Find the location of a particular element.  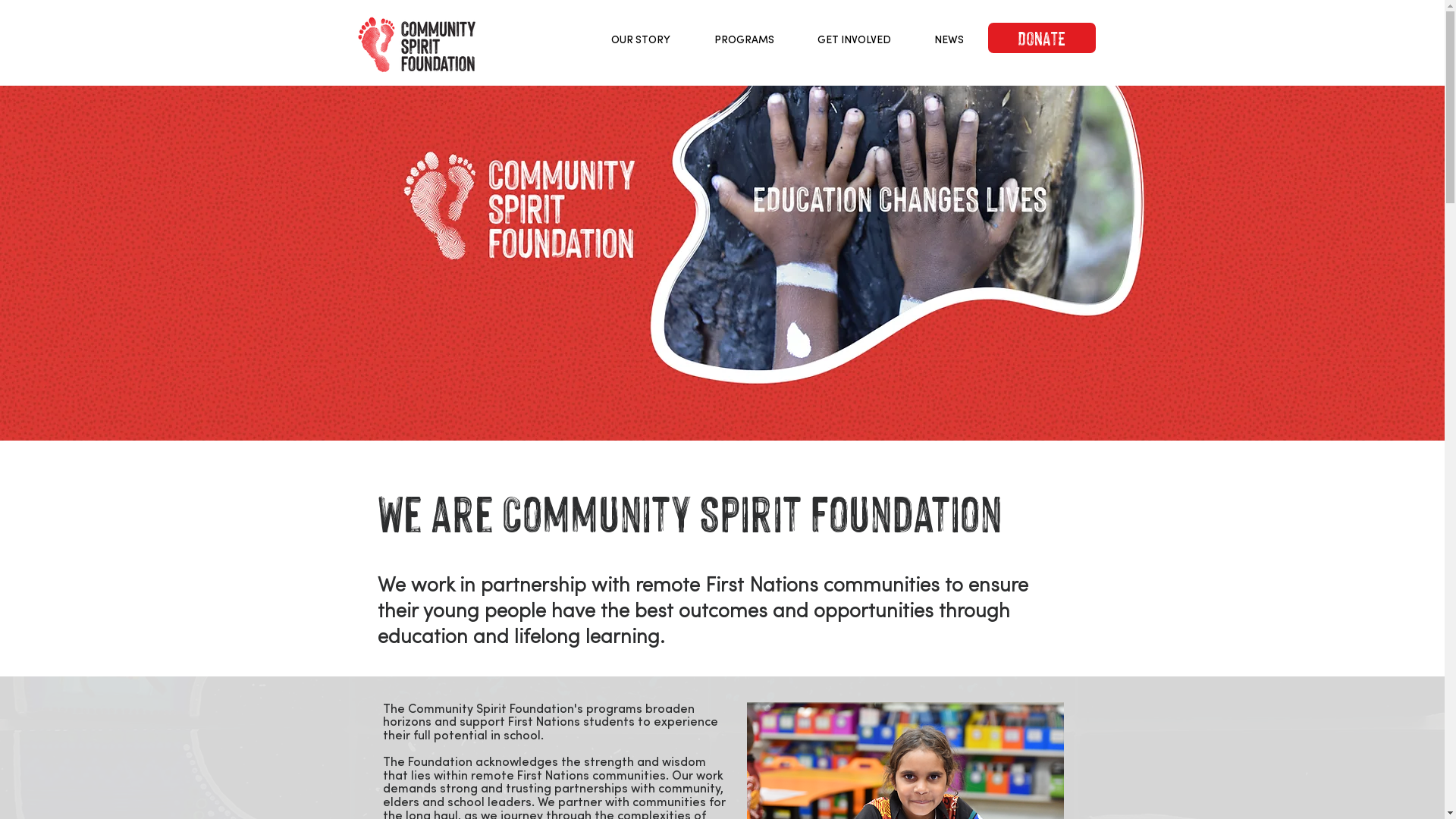

'NEWS' is located at coordinates (912, 38).